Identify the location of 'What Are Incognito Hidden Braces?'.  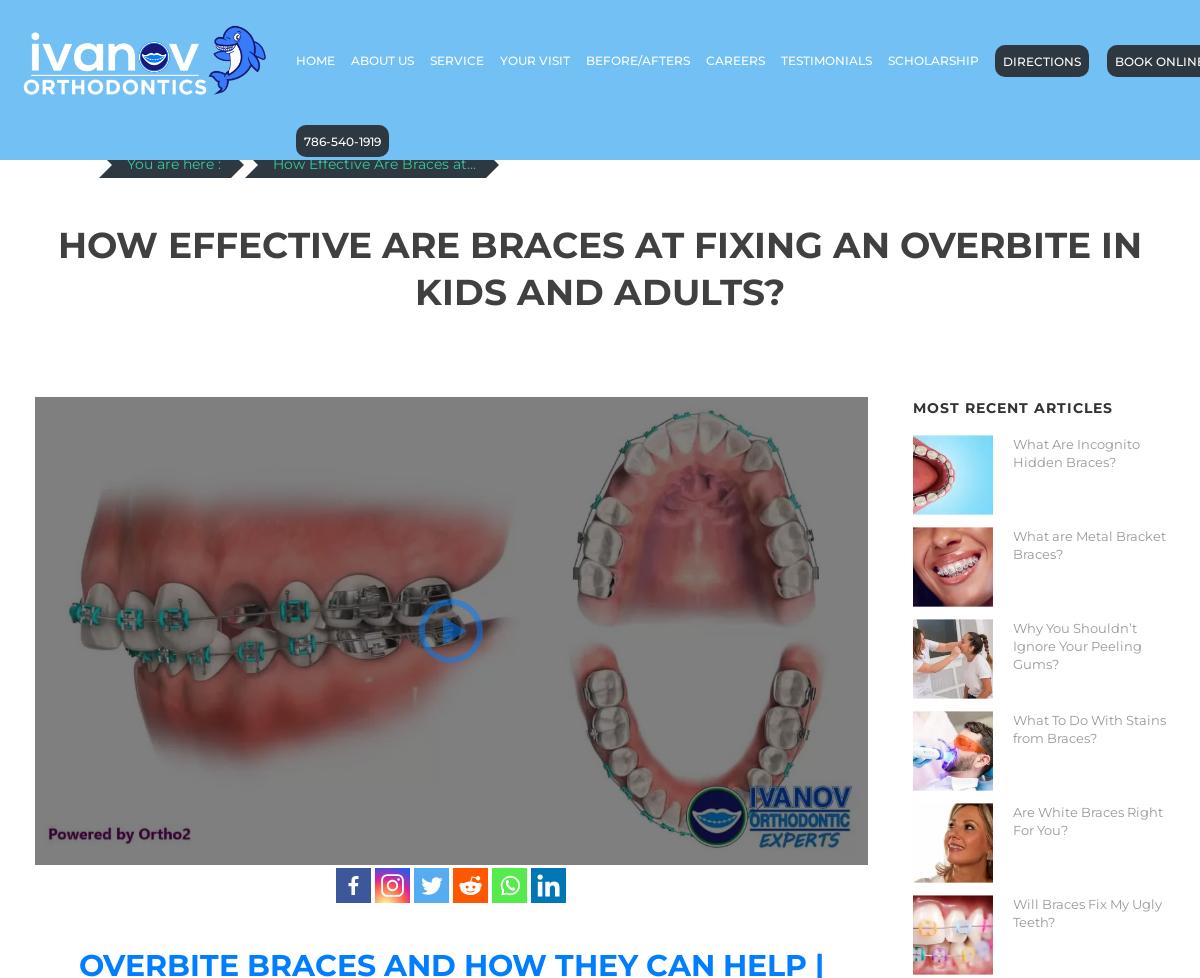
(1074, 451).